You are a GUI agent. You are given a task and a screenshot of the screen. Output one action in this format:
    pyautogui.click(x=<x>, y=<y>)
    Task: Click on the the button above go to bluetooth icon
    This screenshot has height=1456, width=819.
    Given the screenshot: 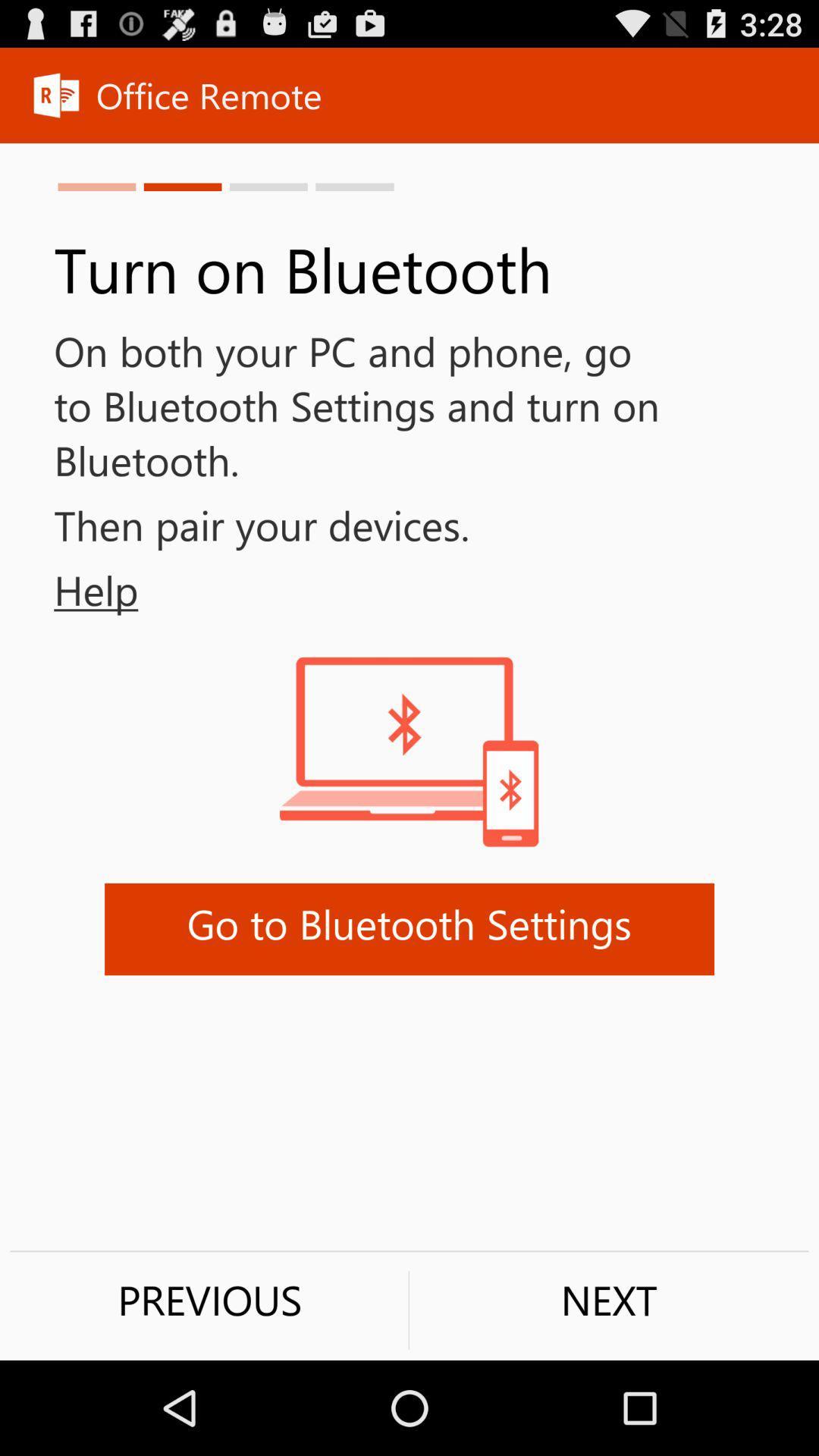 What is the action you would take?
    pyautogui.click(x=69, y=589)
    